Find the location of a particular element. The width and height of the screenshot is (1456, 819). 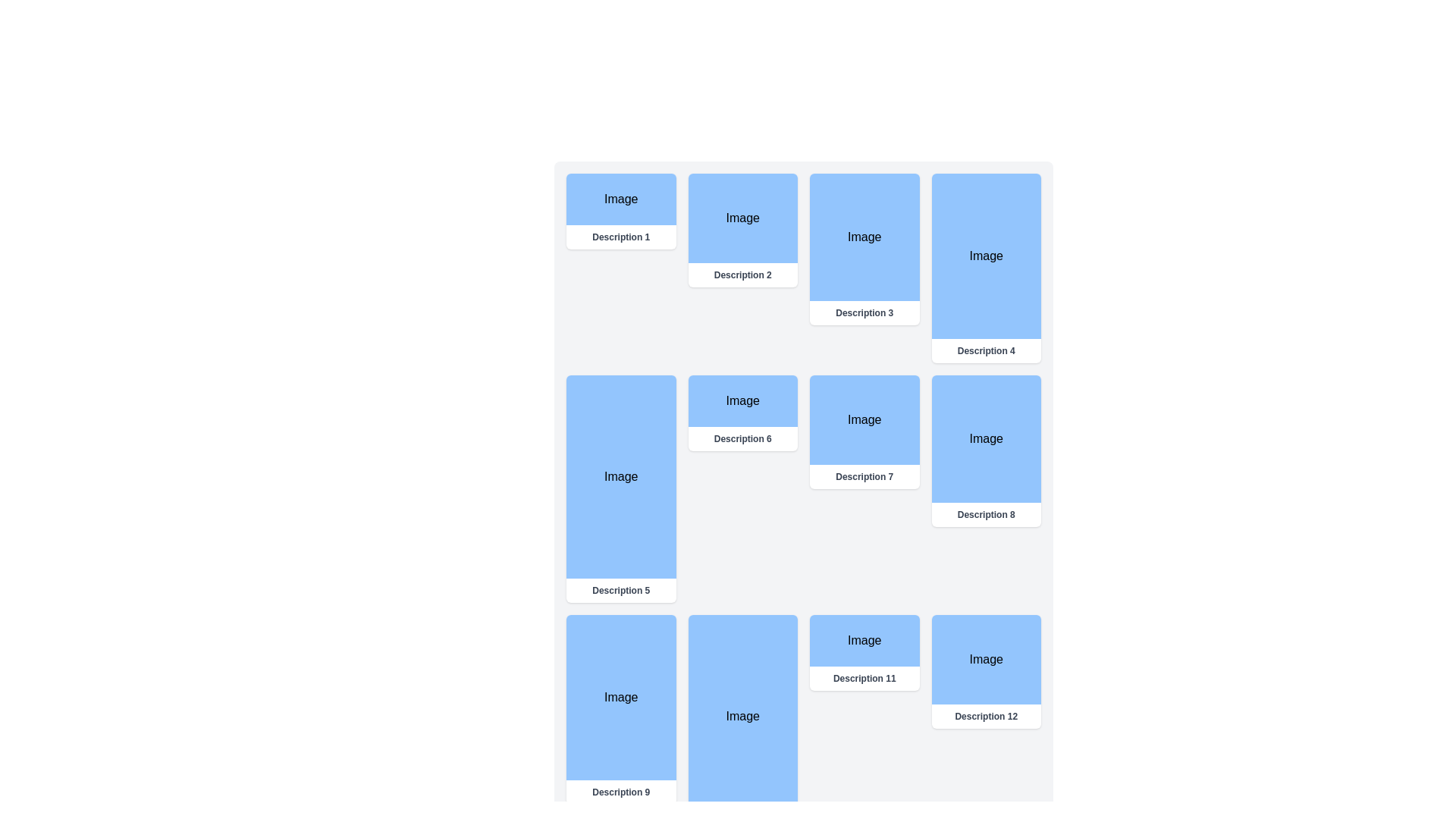

the first card in the grid layout, which has a white background, an image placeholder with a blue background, and a text label 'Description 1' is located at coordinates (621, 211).